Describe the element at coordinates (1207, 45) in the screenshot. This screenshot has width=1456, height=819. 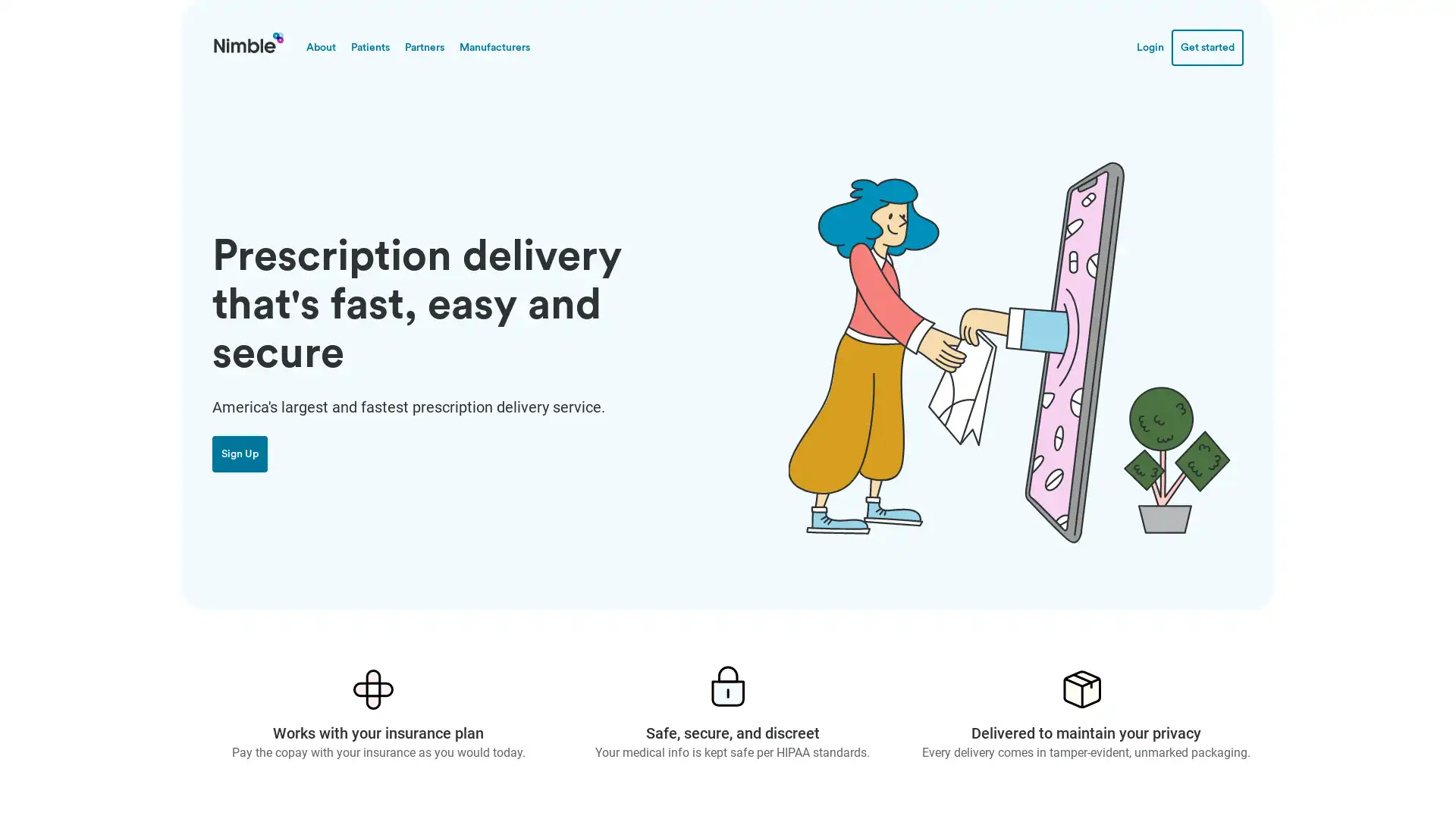
I see `Get started` at that location.